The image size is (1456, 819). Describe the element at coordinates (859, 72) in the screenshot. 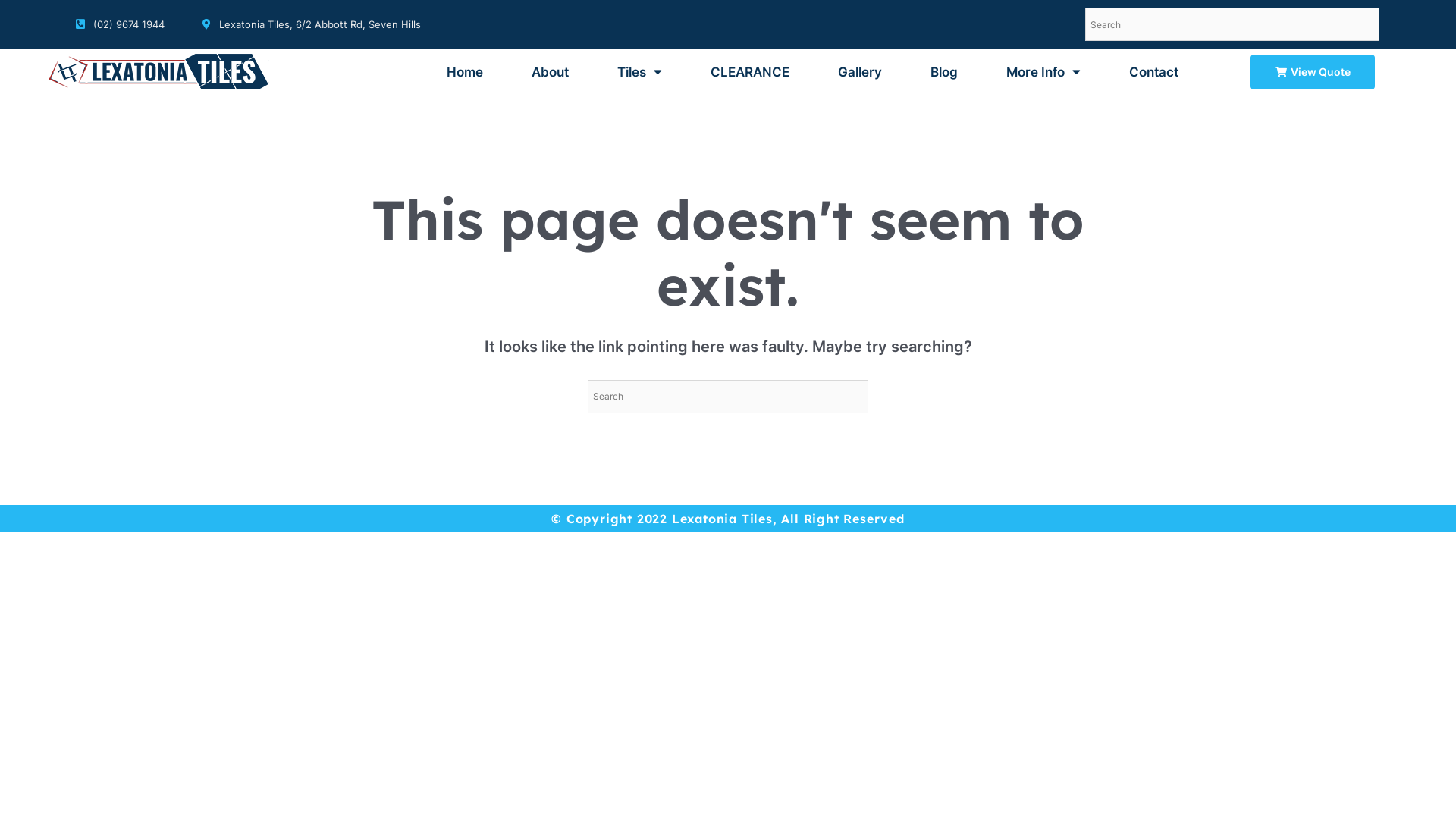

I see `'Gallery'` at that location.